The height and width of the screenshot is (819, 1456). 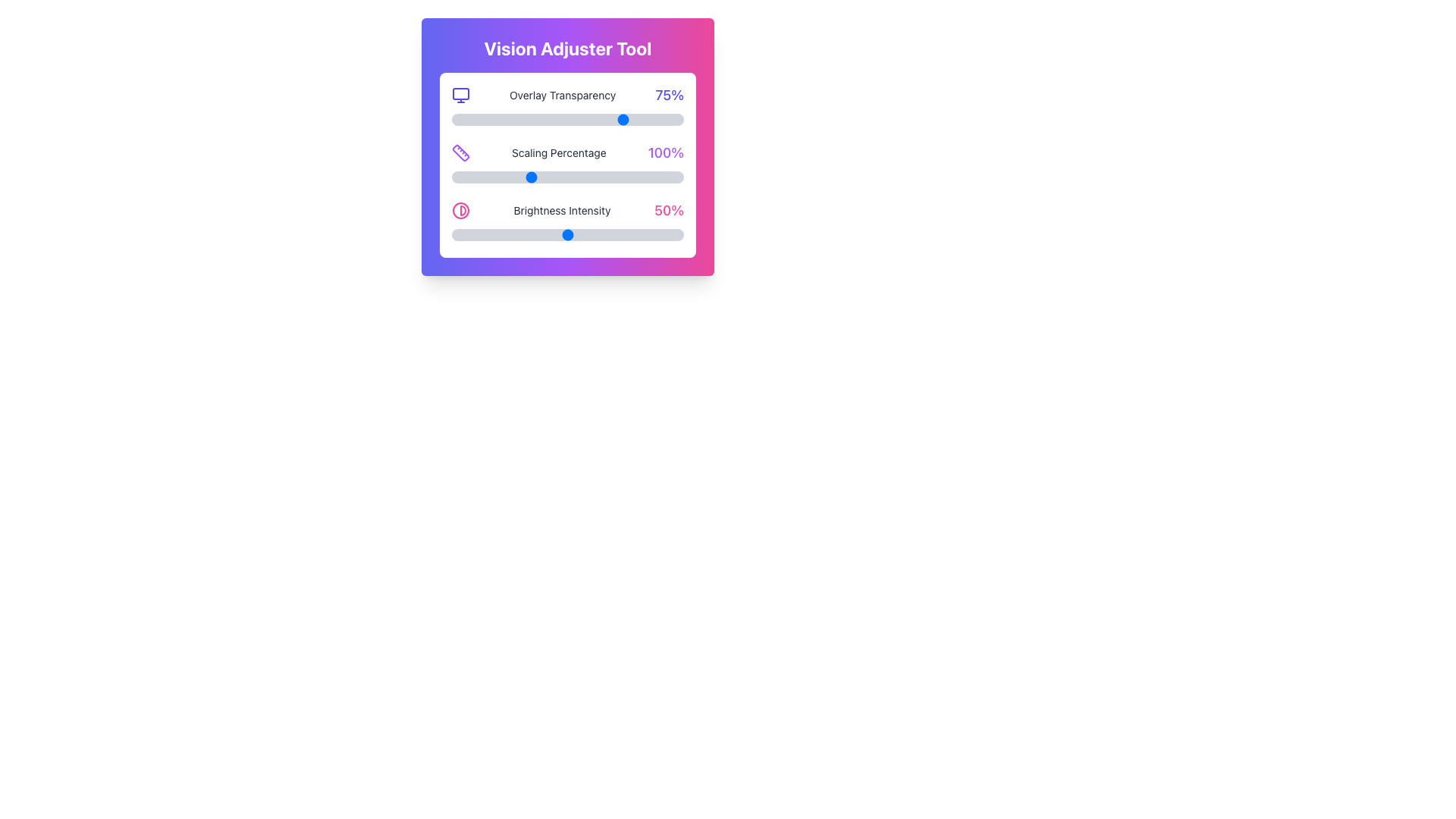 What do you see at coordinates (460, 152) in the screenshot?
I see `the minimalist purple ruler icon located in the second row of the 'Vision Adjuster Tool' card interface, next to the 'Scaling Percentage' label` at bounding box center [460, 152].